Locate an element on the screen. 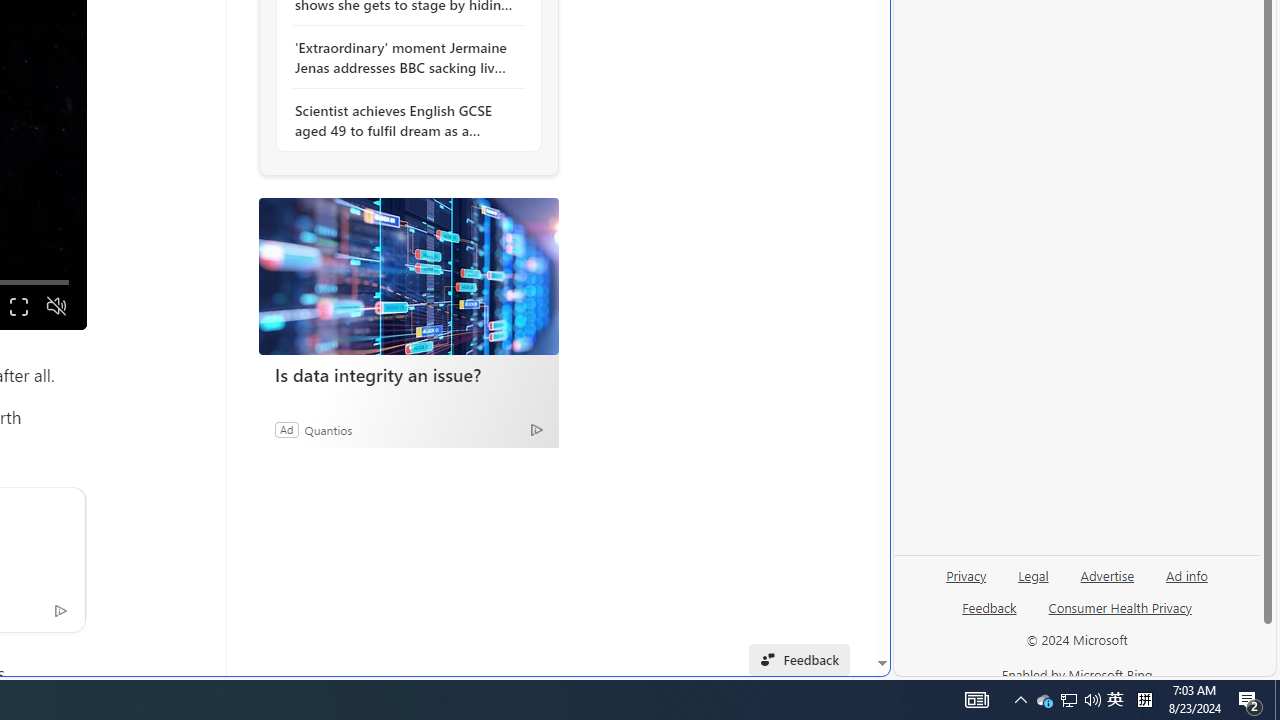 This screenshot has height=720, width=1280. 'Ad info' is located at coordinates (1186, 583).